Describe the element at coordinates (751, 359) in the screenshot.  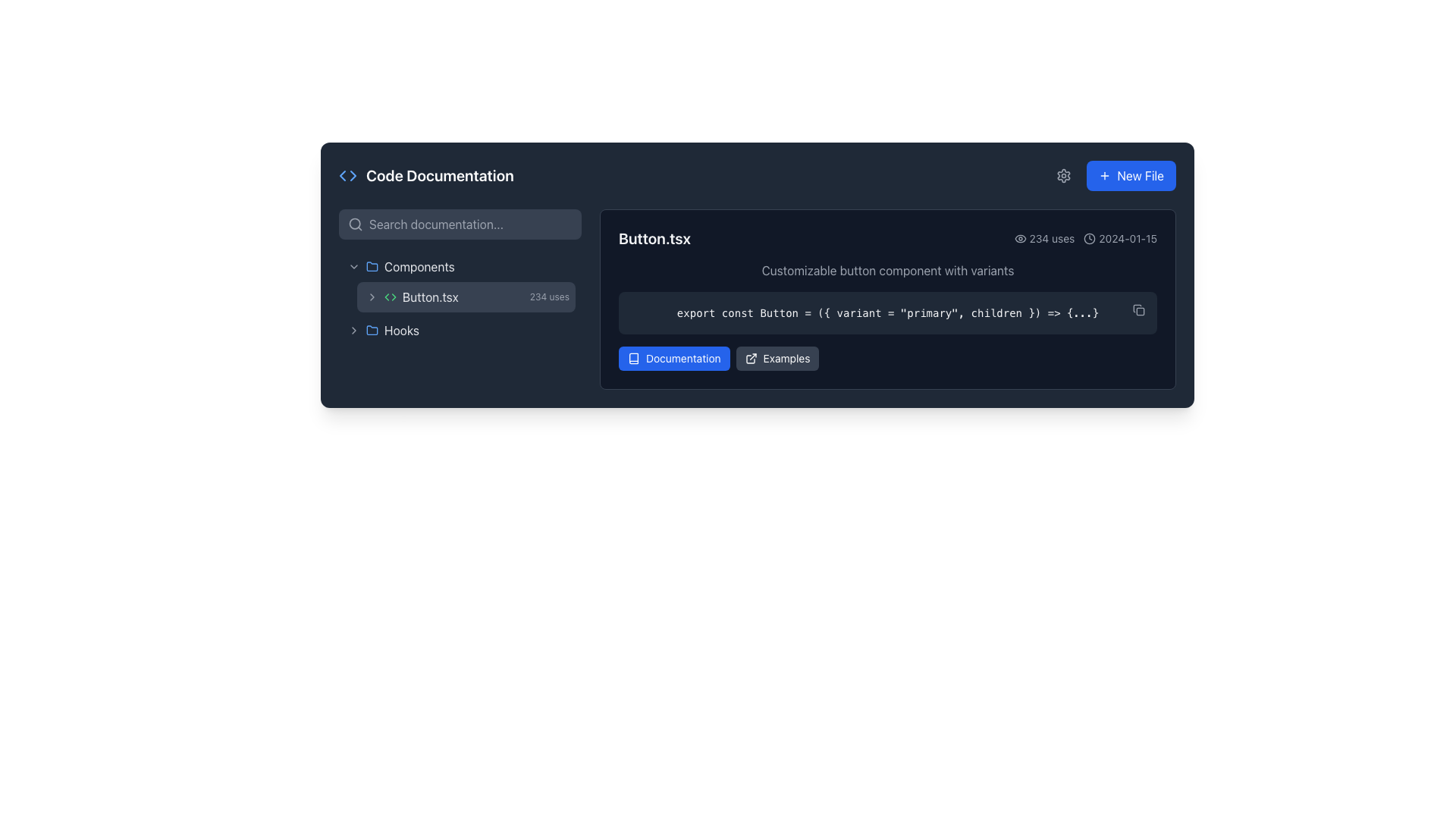
I see `the external link icon located within the 'Examples' button, which features an arrow pointing to the top-right` at that location.